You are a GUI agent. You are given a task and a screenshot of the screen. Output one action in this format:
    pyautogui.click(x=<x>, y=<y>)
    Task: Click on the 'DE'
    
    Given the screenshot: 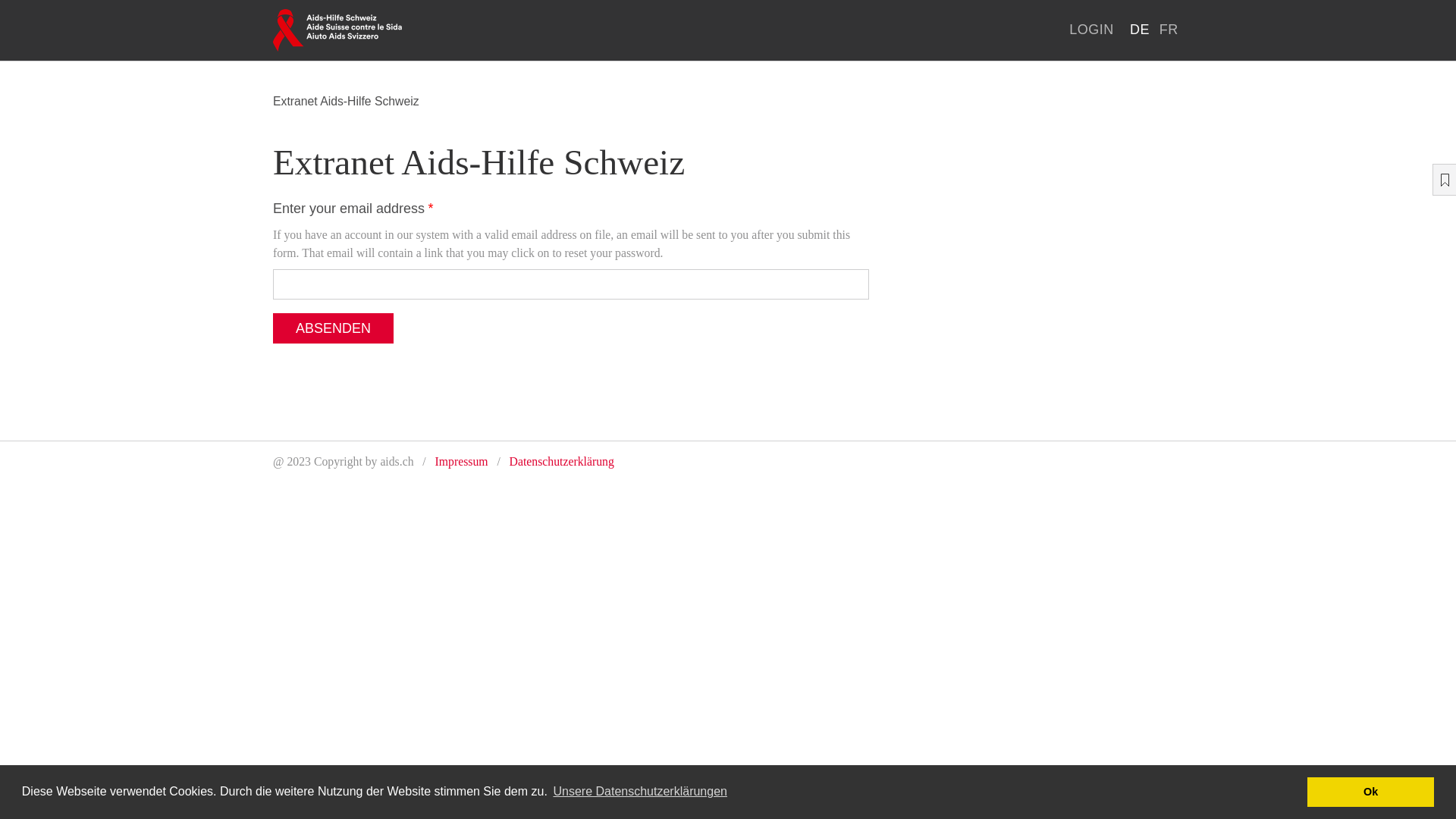 What is the action you would take?
    pyautogui.click(x=1140, y=30)
    